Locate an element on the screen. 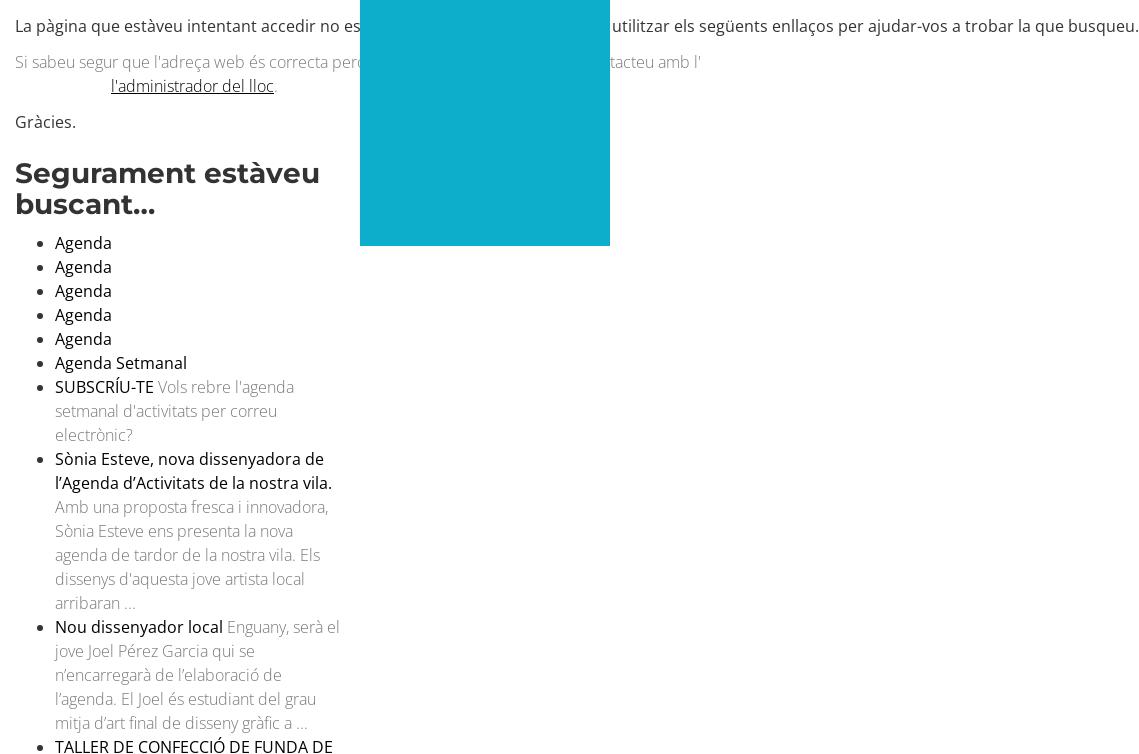 This screenshot has width=1139, height=754. 'l'administrador del lloc' is located at coordinates (191, 84).